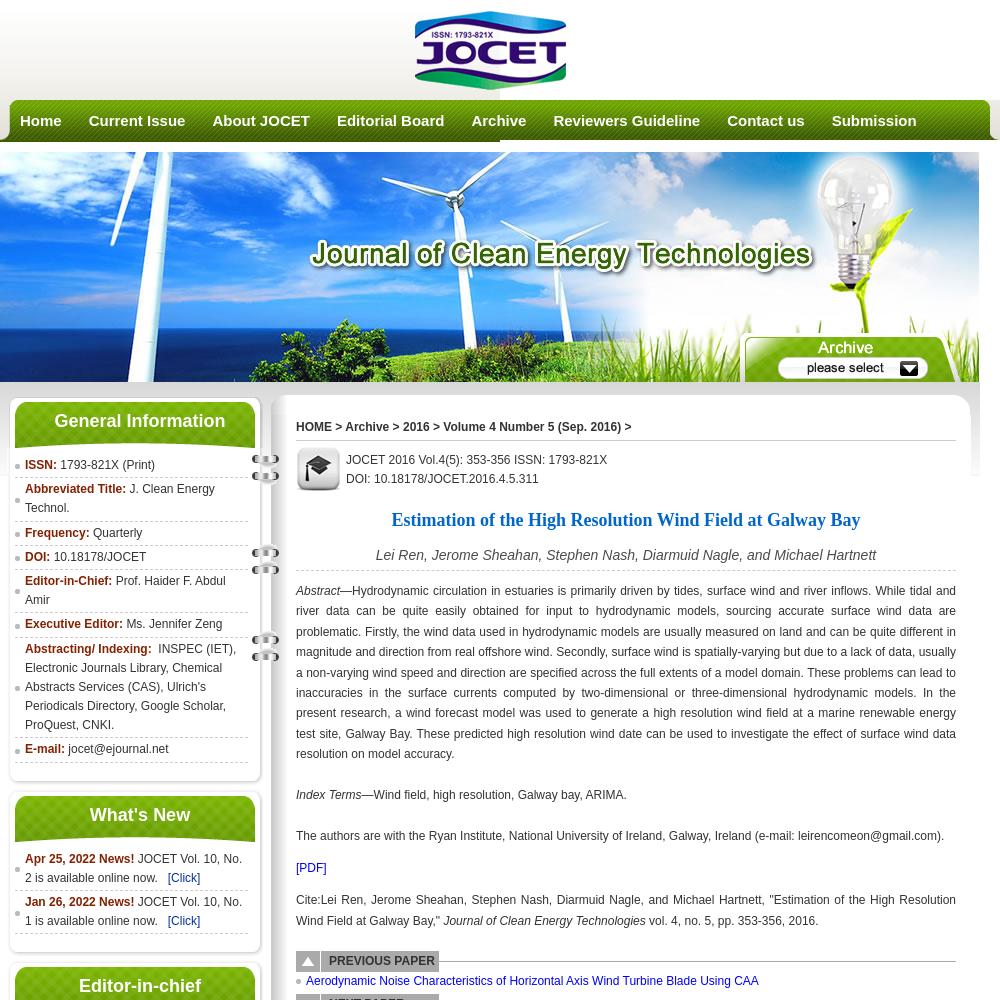 Image resolution: width=1000 pixels, height=1000 pixels. I want to click on 'What's New', so click(139, 813).